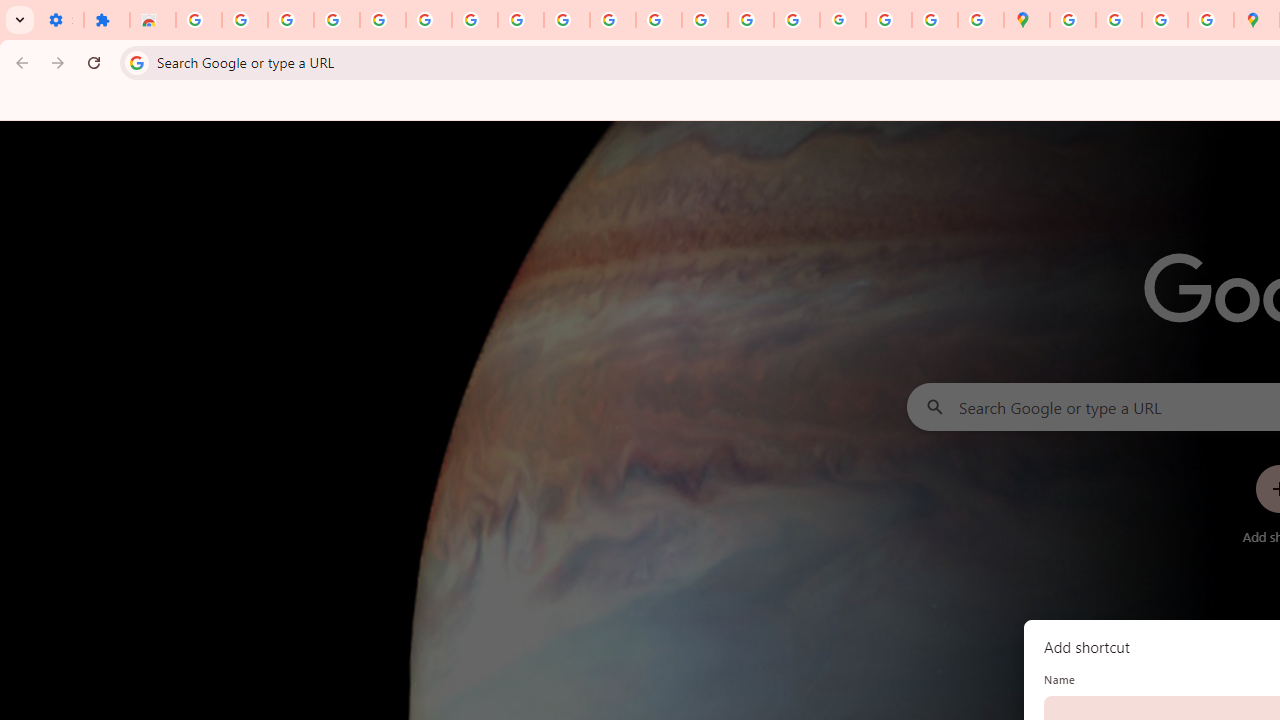  Describe the element at coordinates (60, 20) in the screenshot. I see `'Settings - On startup'` at that location.